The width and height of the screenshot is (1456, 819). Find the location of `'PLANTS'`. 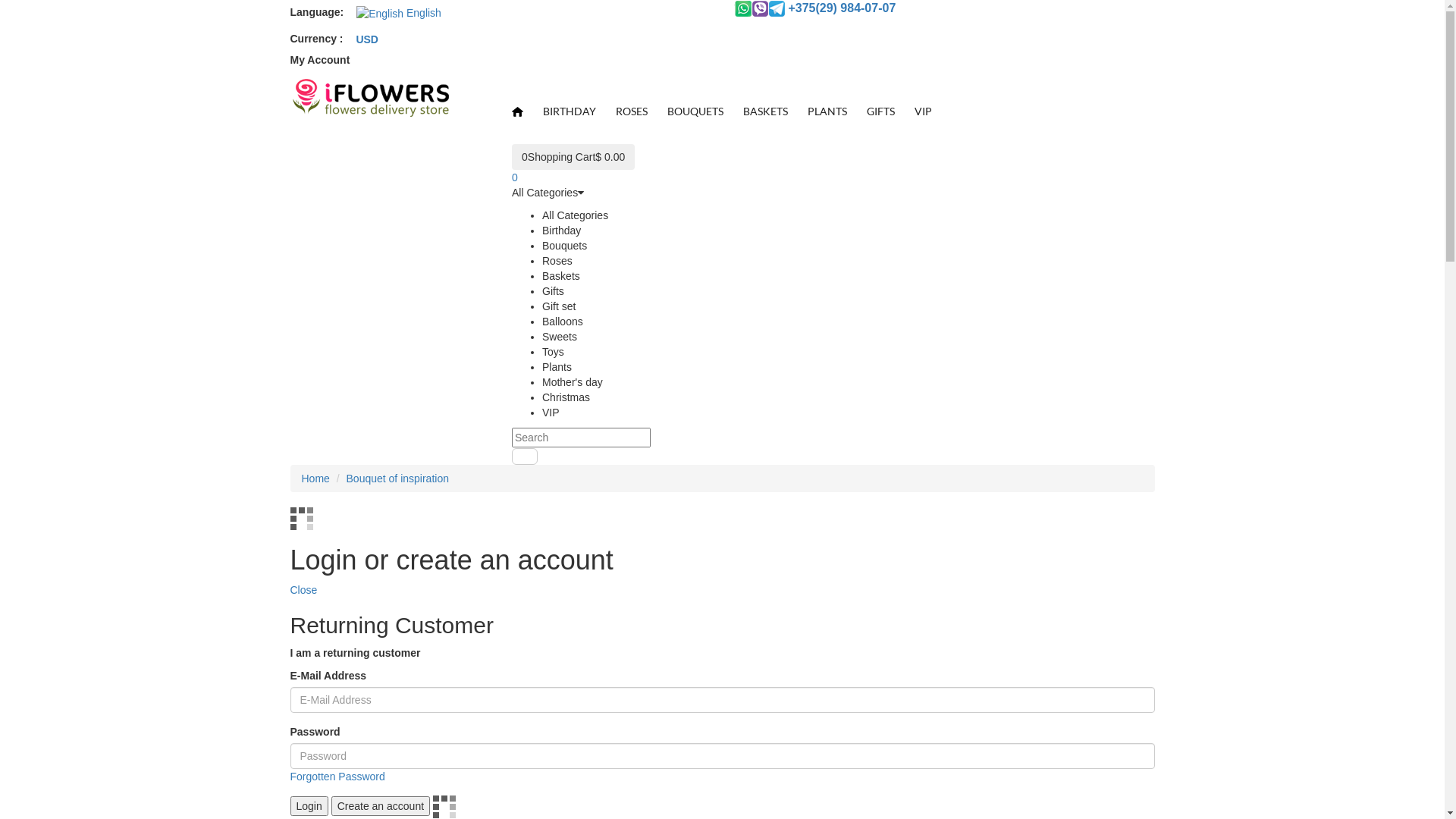

'PLANTS' is located at coordinates (826, 110).